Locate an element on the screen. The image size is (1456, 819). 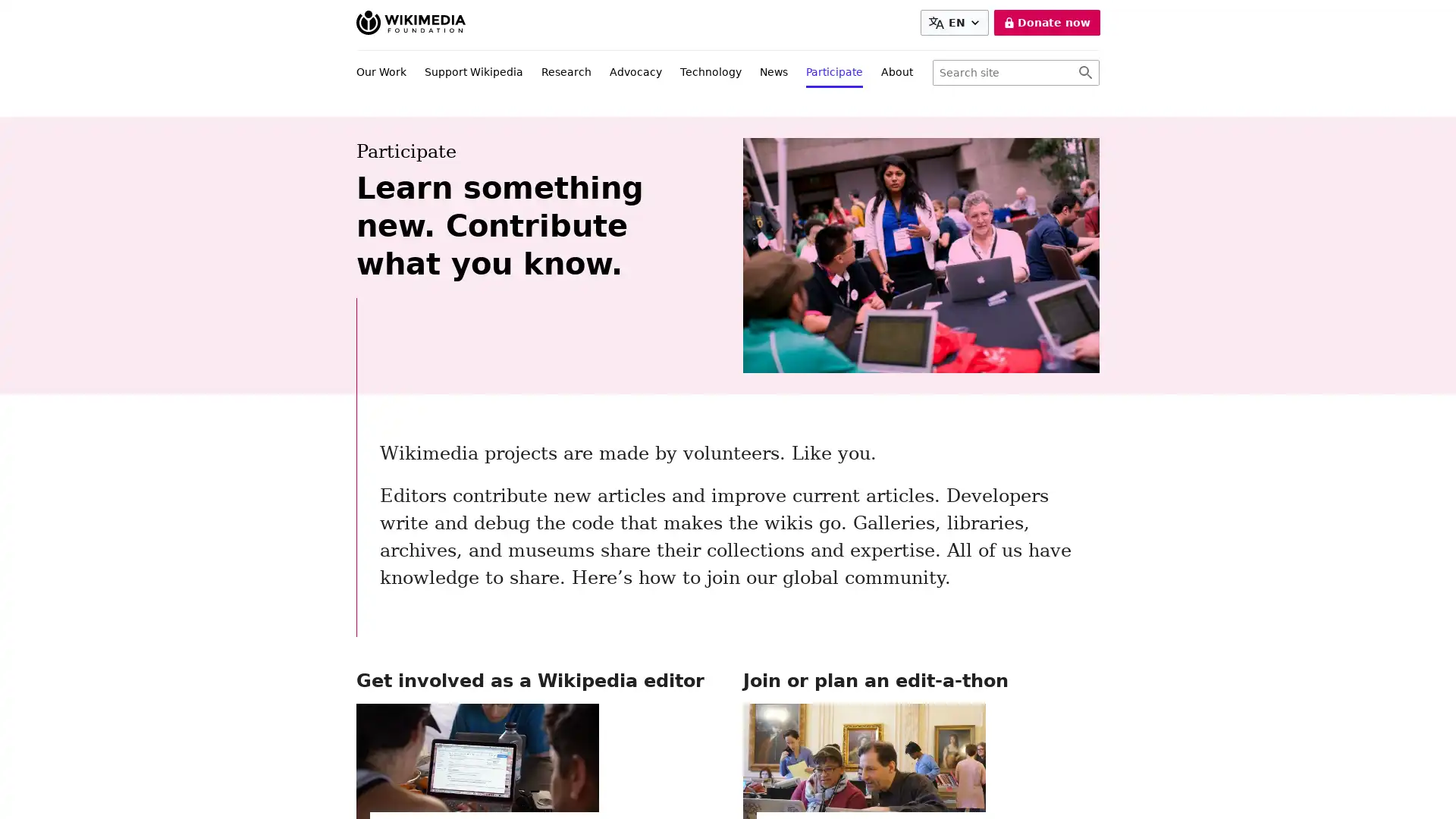
CURRENT LANGUAGE: EN is located at coordinates (953, 23).